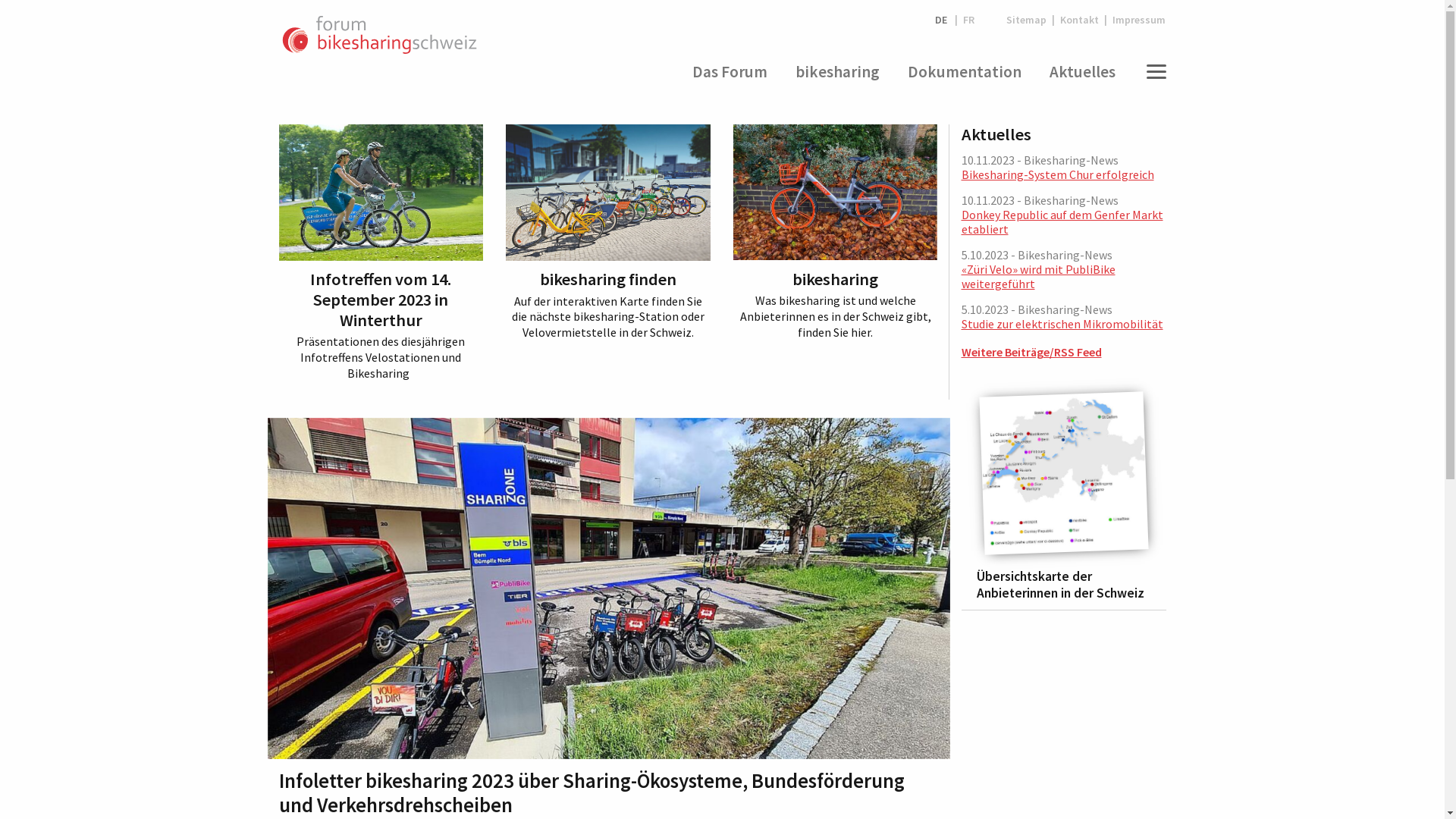 This screenshot has height=819, width=1456. What do you see at coordinates (379, 34) in the screenshot?
I see `'Forum Bikesharing Schweiz'` at bounding box center [379, 34].